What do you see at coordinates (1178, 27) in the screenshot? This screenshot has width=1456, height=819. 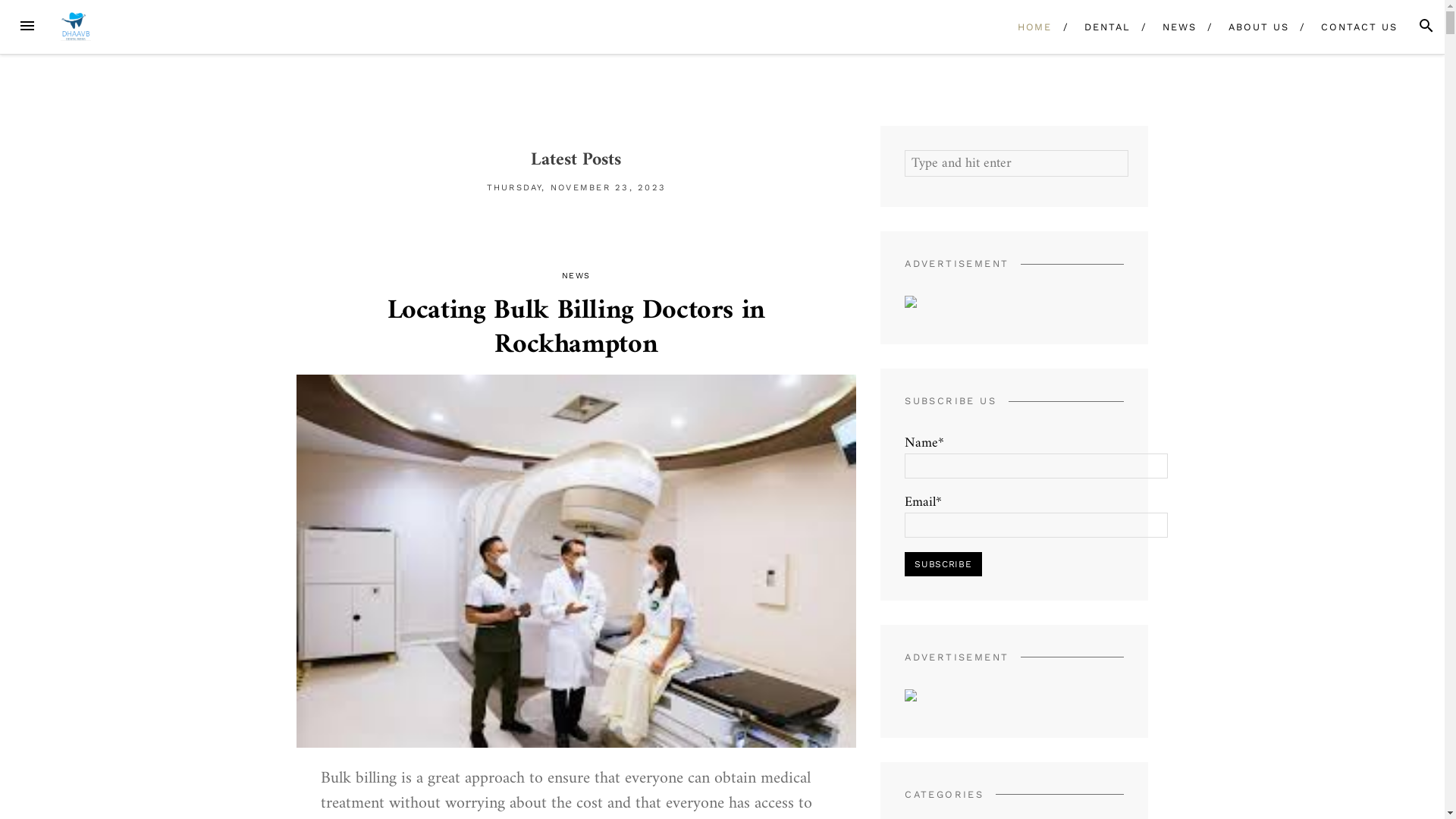 I see `'NEWS'` at bounding box center [1178, 27].